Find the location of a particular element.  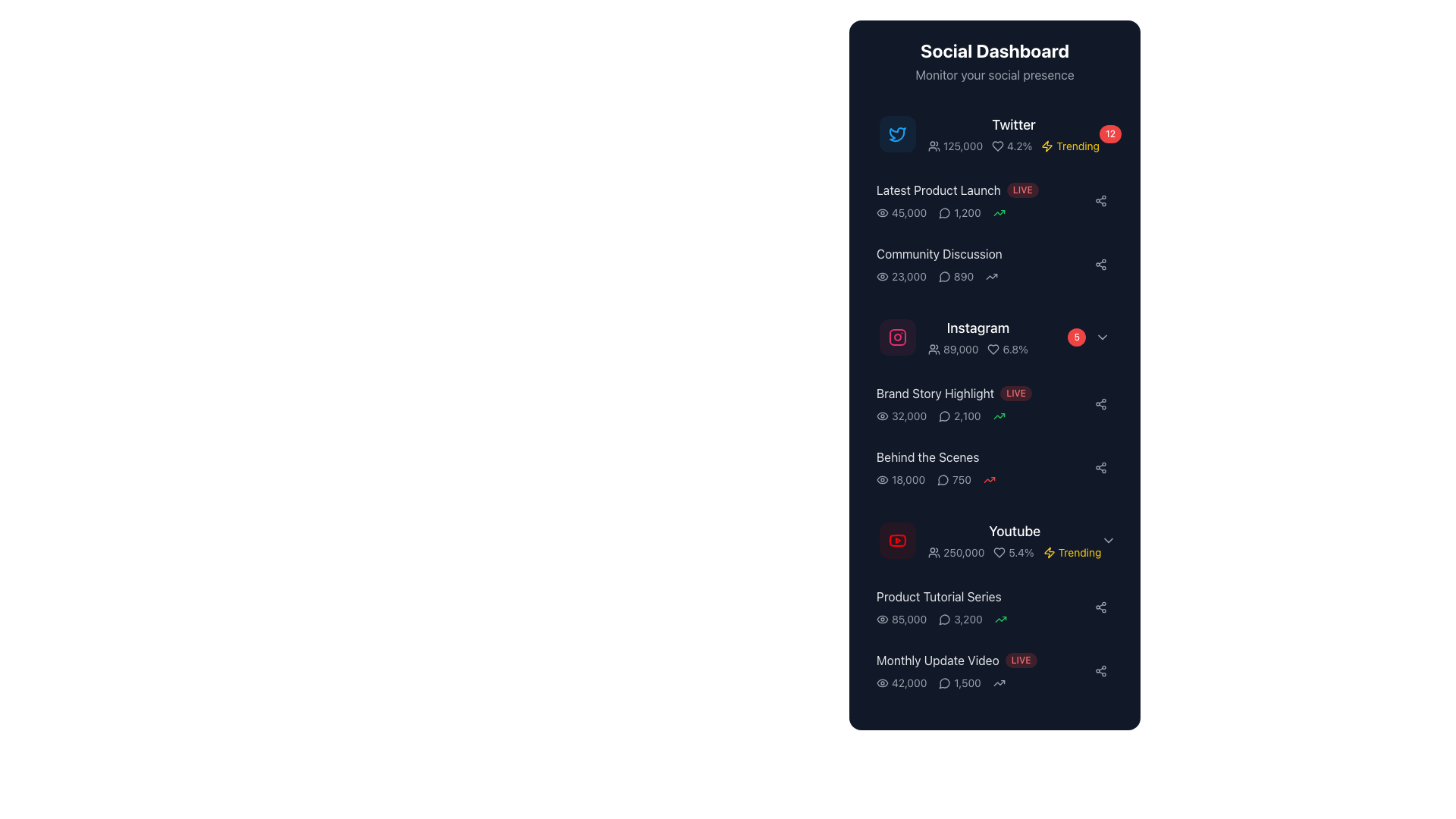

view count value from the Text element indicating the view count for the 'Brand Story Highlight' entry in the Instagram section of the dashboard is located at coordinates (902, 416).